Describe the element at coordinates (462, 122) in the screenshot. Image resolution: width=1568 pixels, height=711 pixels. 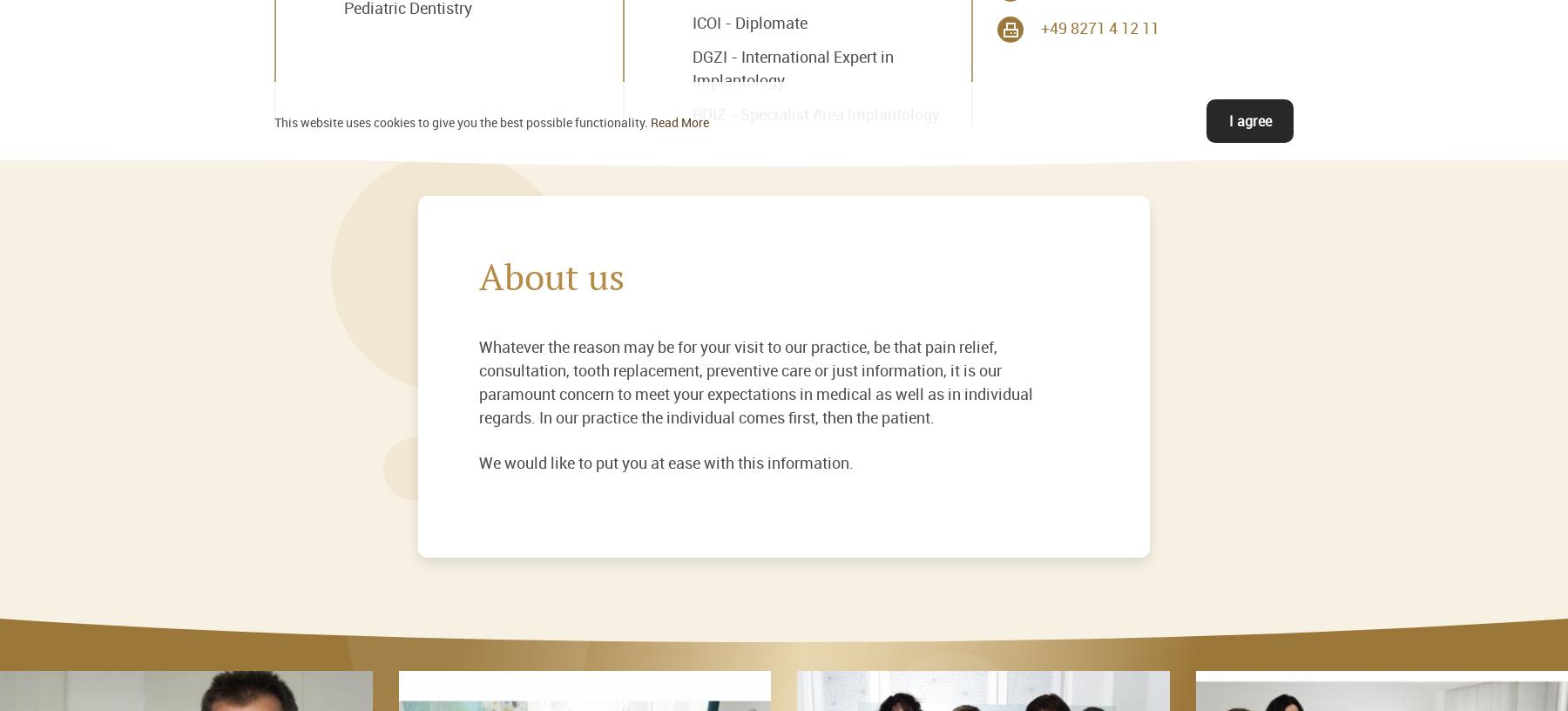
I see `'This website uses cookies to give you the best possible functionality.'` at that location.